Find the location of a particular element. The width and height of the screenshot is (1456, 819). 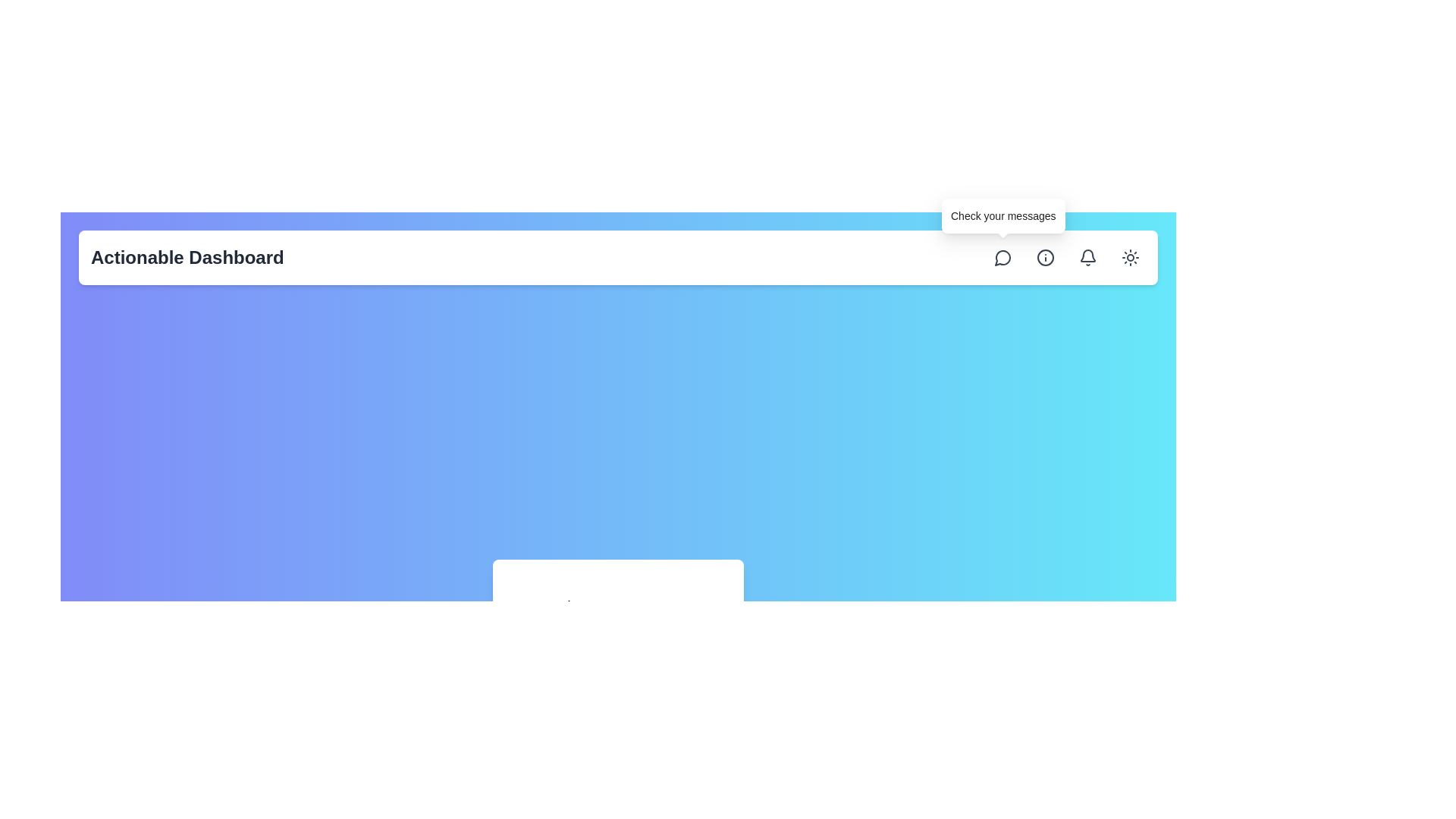

the speech bubble icon located in the top-right corner of the interface, which serves is located at coordinates (1003, 257).